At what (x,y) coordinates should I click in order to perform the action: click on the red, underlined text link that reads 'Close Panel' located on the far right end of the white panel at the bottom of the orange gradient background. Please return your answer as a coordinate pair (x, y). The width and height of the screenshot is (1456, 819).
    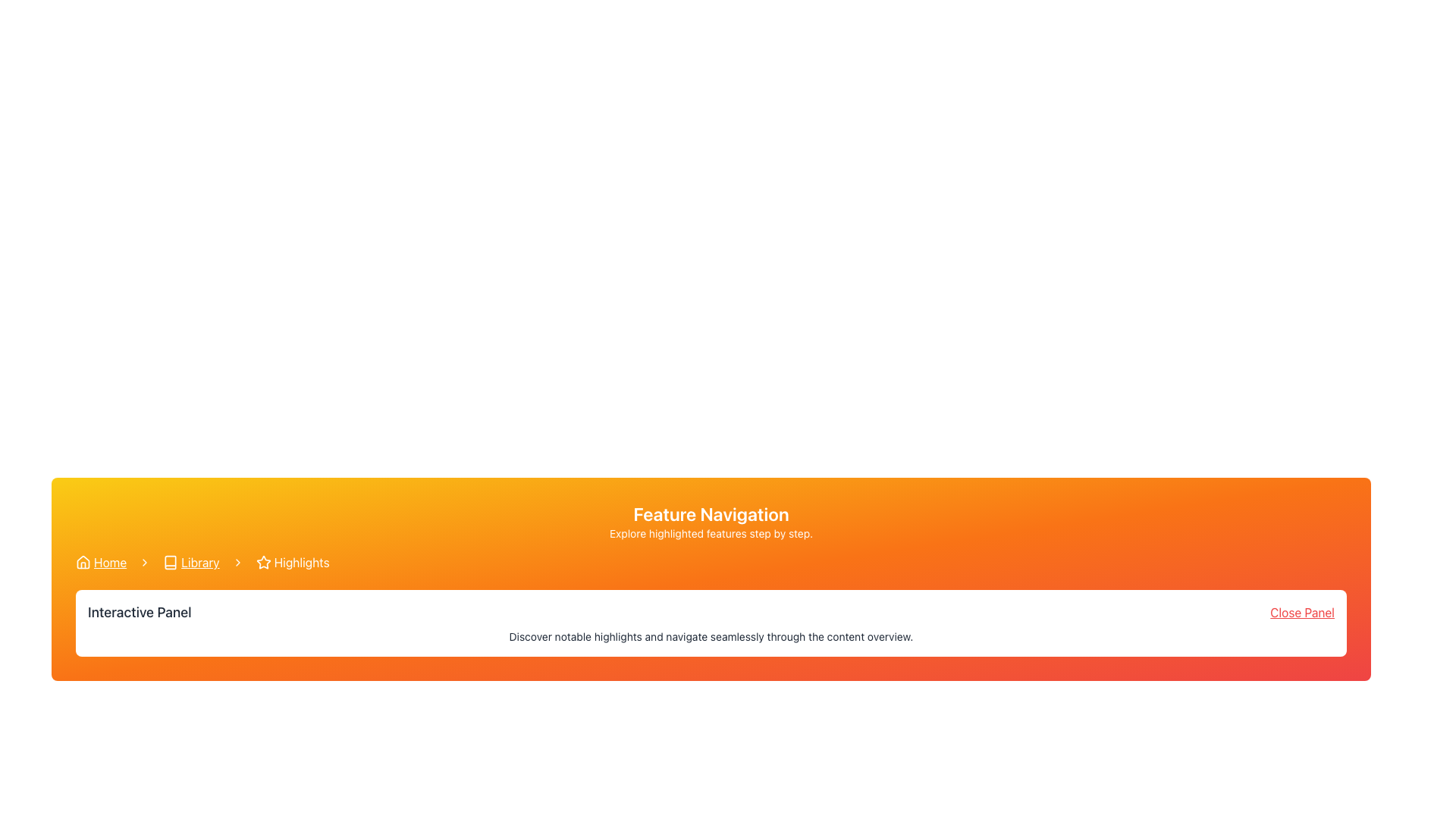
    Looking at the image, I should click on (1301, 611).